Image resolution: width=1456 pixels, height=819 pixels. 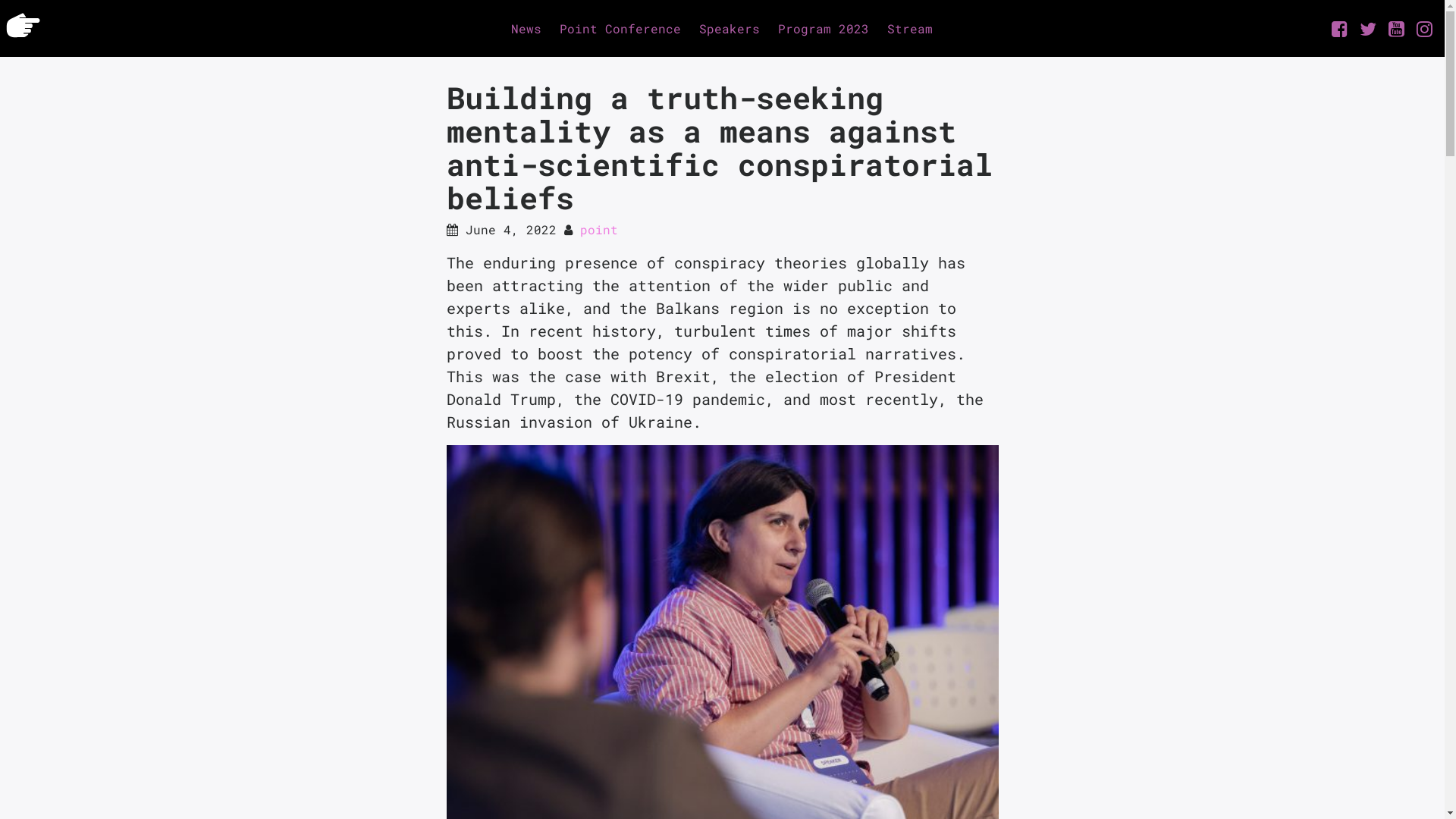 I want to click on 'Speakers', so click(x=729, y=28).